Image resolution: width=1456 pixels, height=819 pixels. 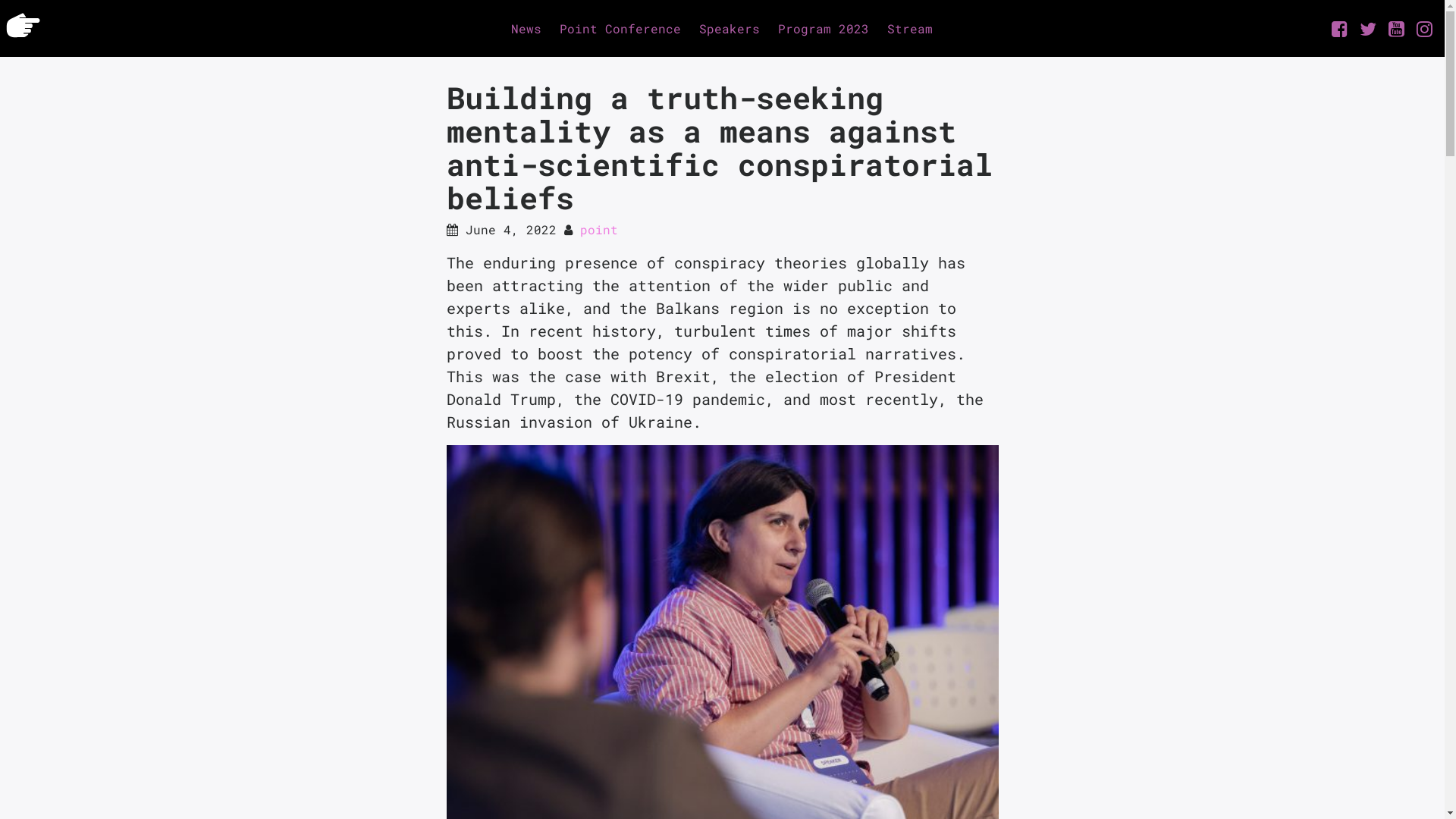 I want to click on 'Speakers', so click(x=729, y=28).